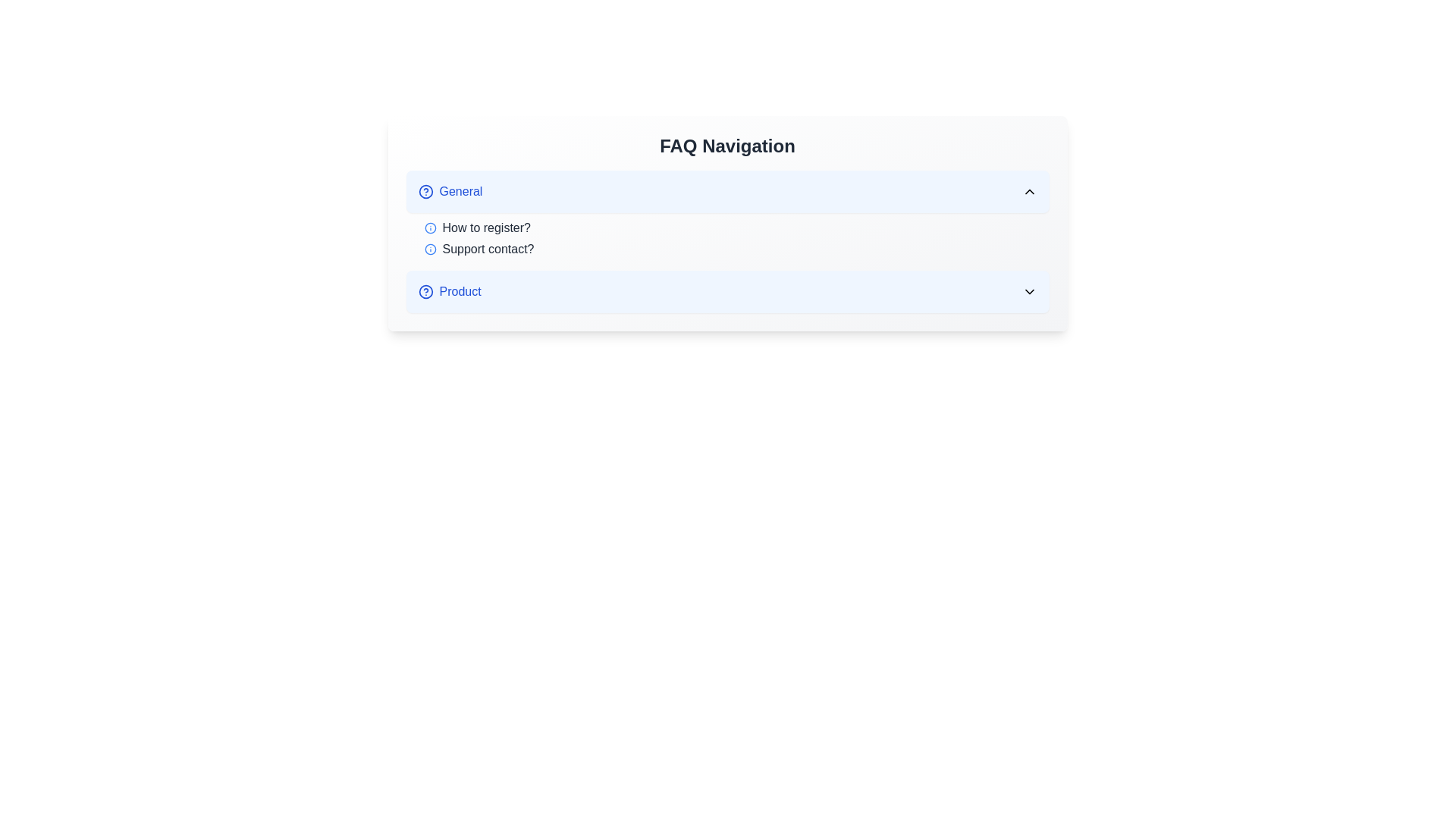 This screenshot has height=819, width=1456. Describe the element at coordinates (429, 248) in the screenshot. I see `the circular icon positioned near the 'General' label in the FAQ navigation panel to provide additional information related to the 'General' section` at that location.